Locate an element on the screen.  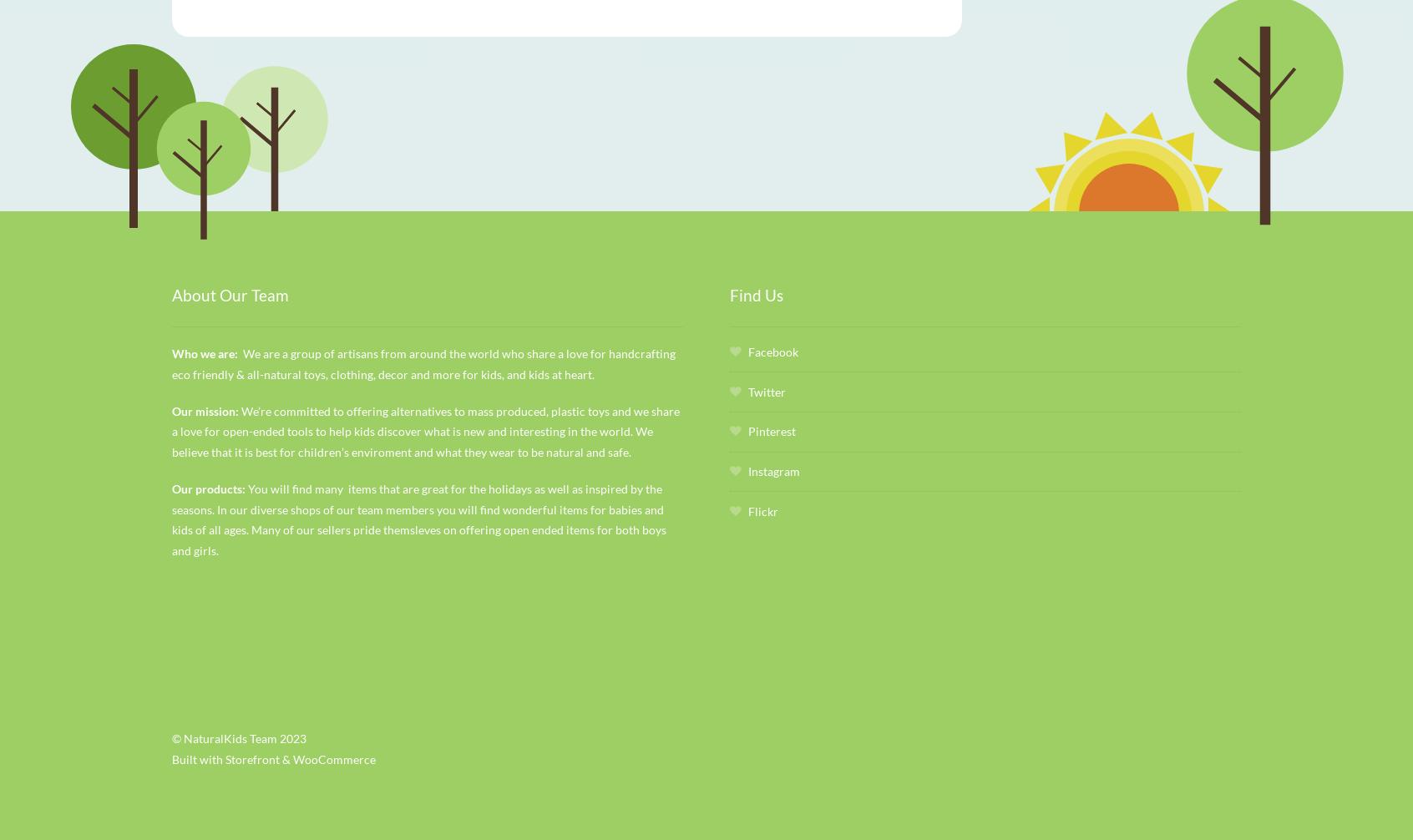
'© NaturalKids Team 2023' is located at coordinates (170, 736).